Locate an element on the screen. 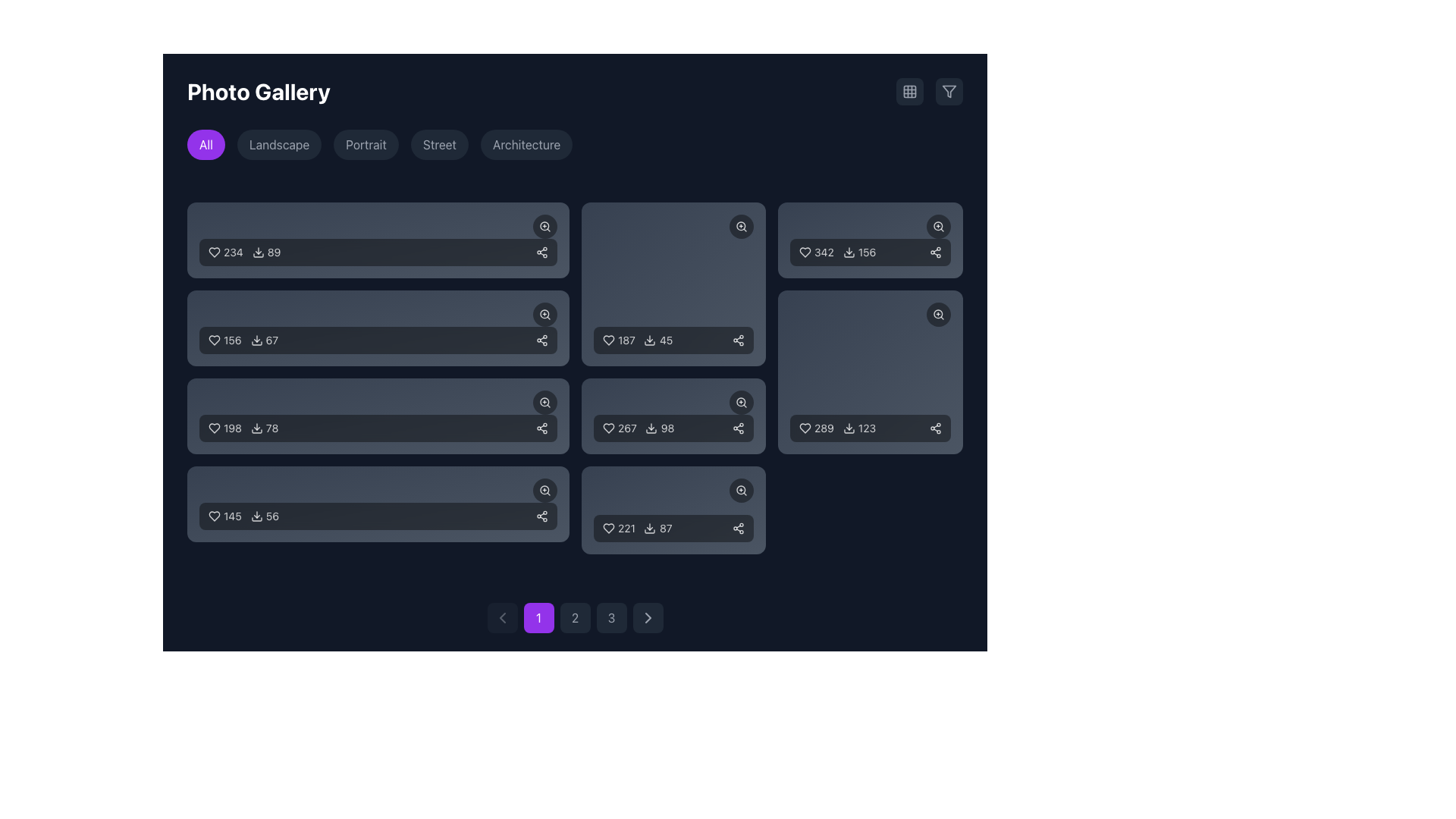 The image size is (1456, 819). the download button with the downward arrow icon and count '87' is located at coordinates (657, 528).